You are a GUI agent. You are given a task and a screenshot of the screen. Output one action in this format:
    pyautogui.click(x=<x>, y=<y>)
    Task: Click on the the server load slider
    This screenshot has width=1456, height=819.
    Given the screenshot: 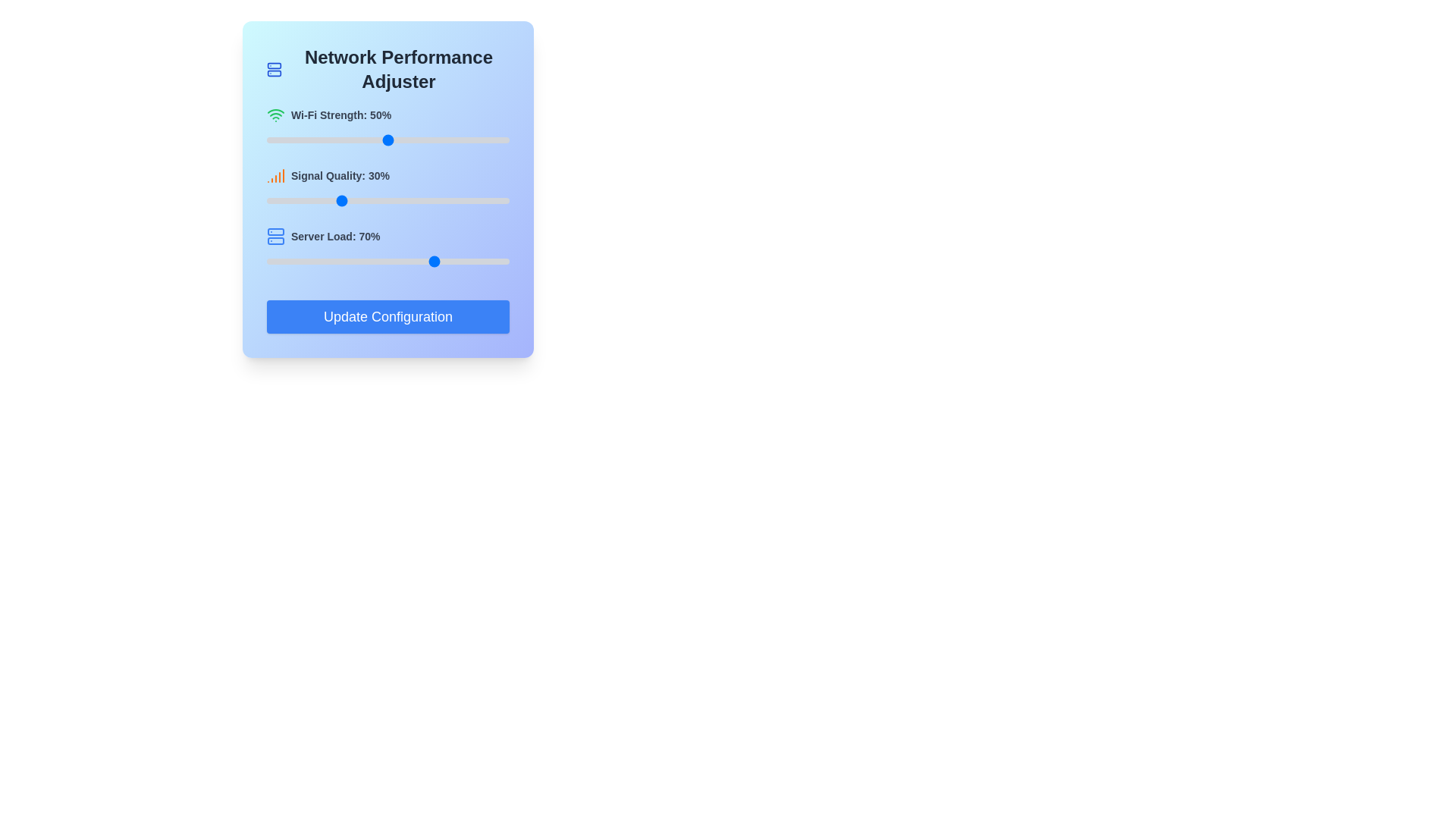 What is the action you would take?
    pyautogui.click(x=371, y=260)
    